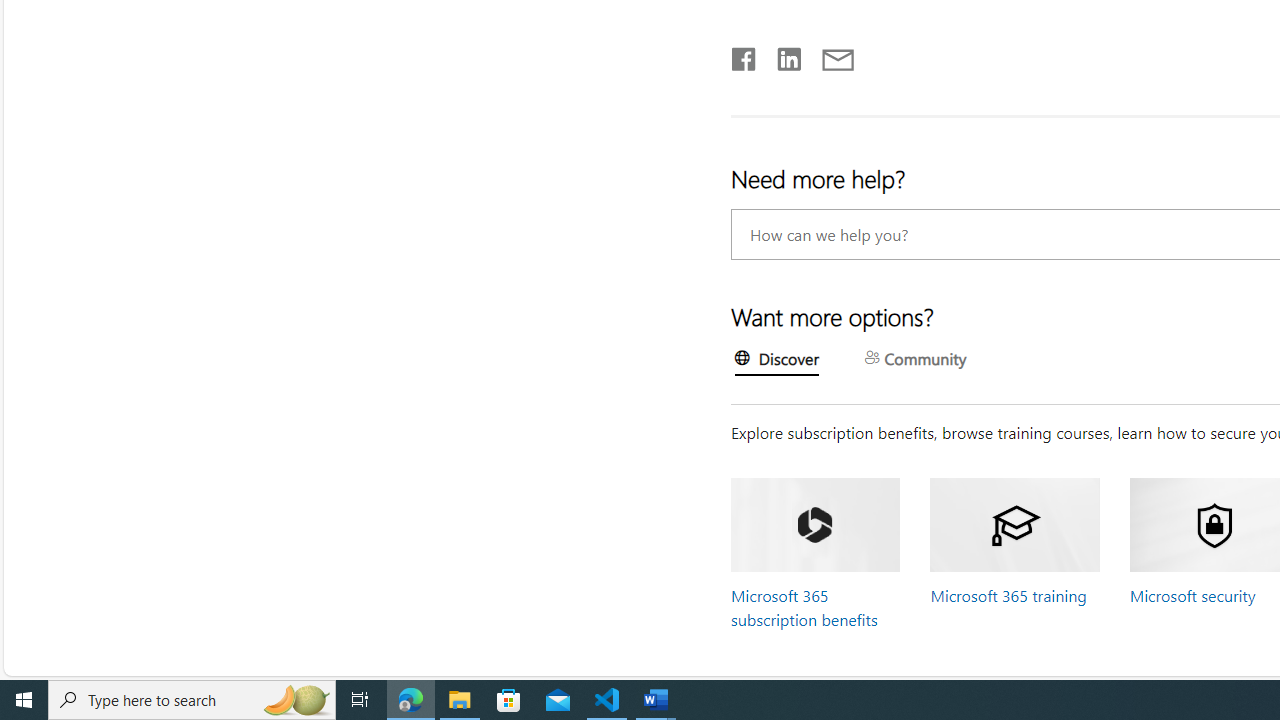 The width and height of the screenshot is (1280, 720). I want to click on 'Facebook', so click(742, 54).